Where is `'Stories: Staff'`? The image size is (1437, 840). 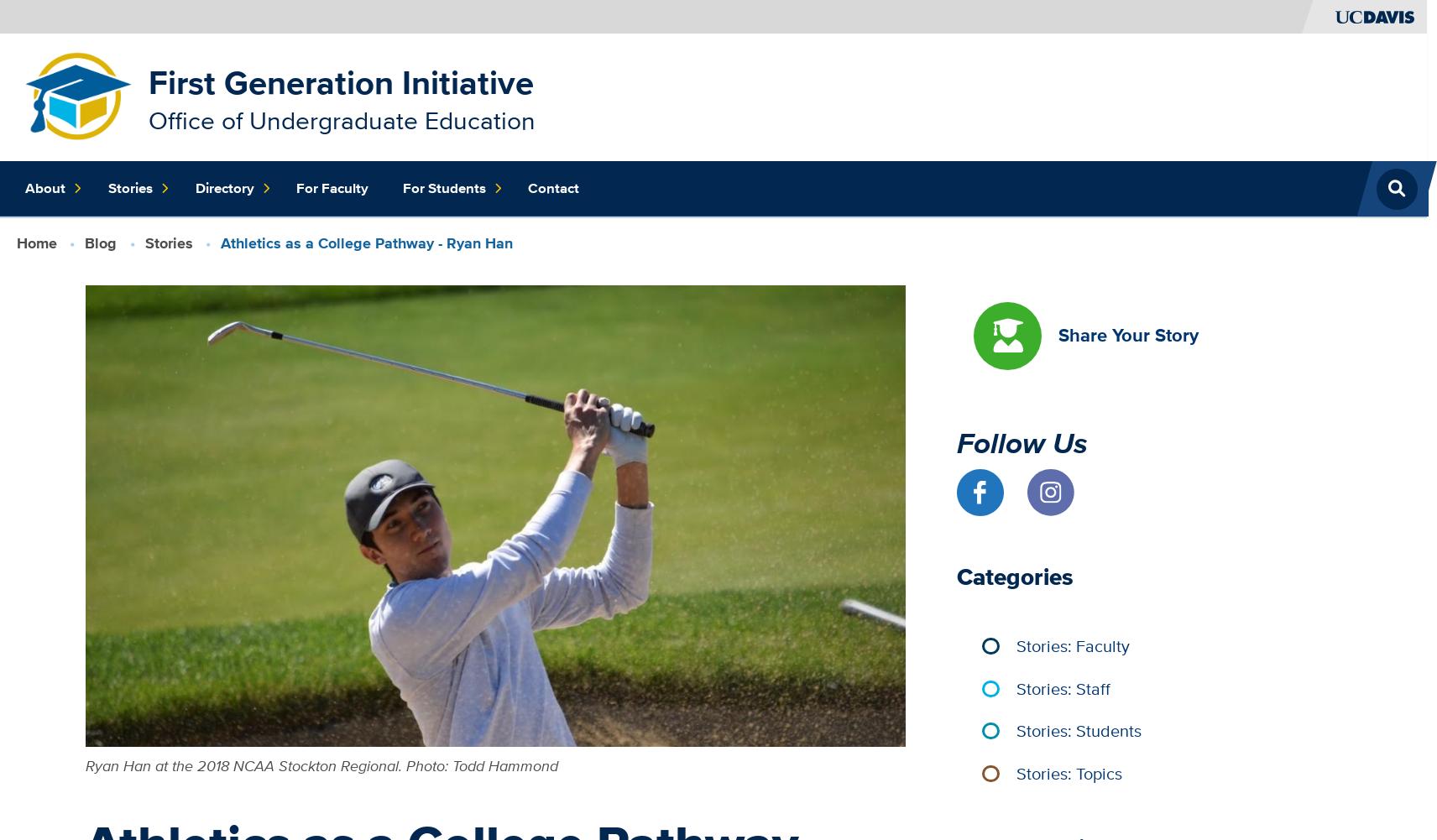
'Stories: Staff' is located at coordinates (1016, 686).